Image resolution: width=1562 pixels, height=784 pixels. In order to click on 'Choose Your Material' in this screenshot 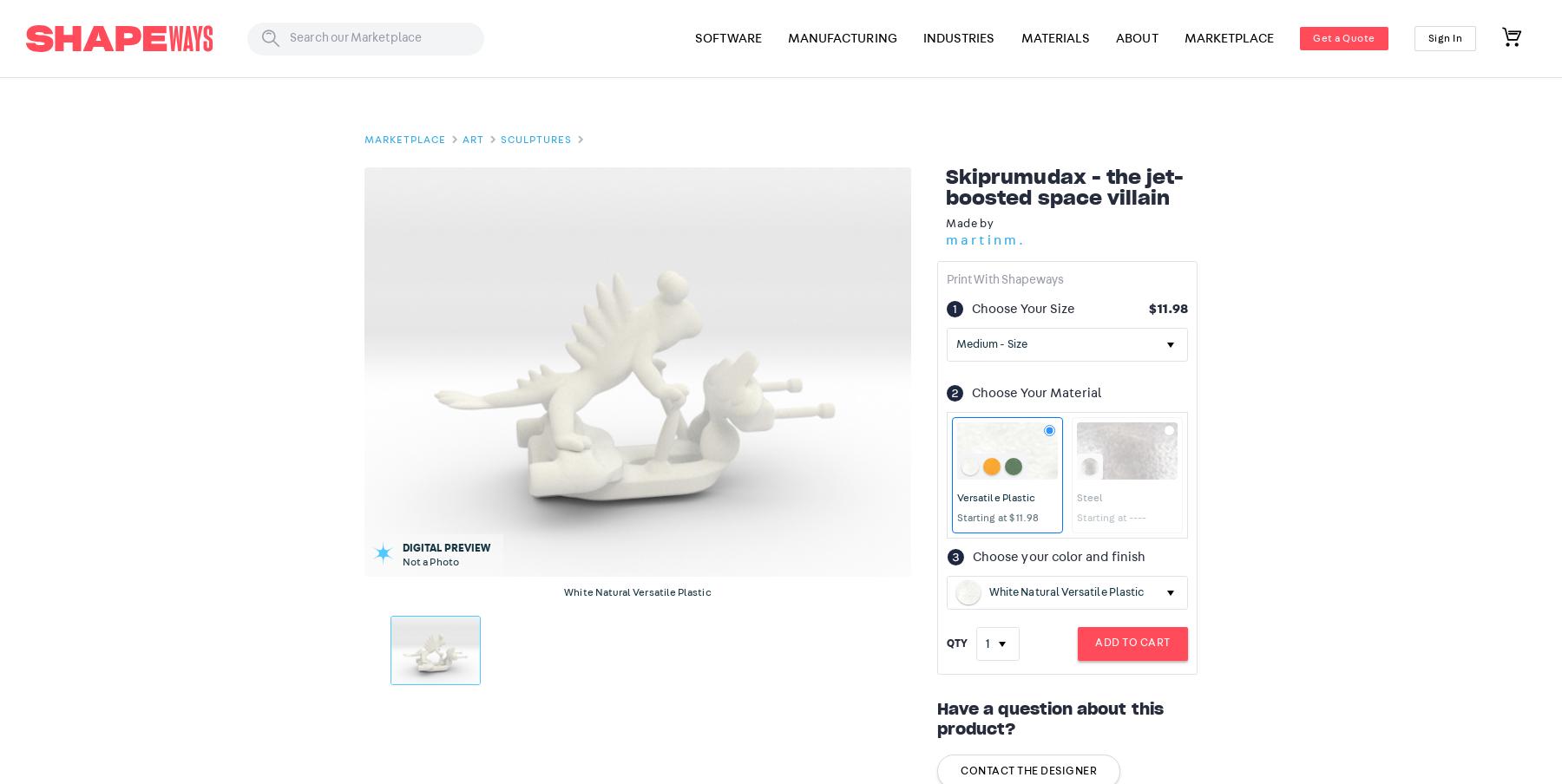, I will do `click(1034, 392)`.